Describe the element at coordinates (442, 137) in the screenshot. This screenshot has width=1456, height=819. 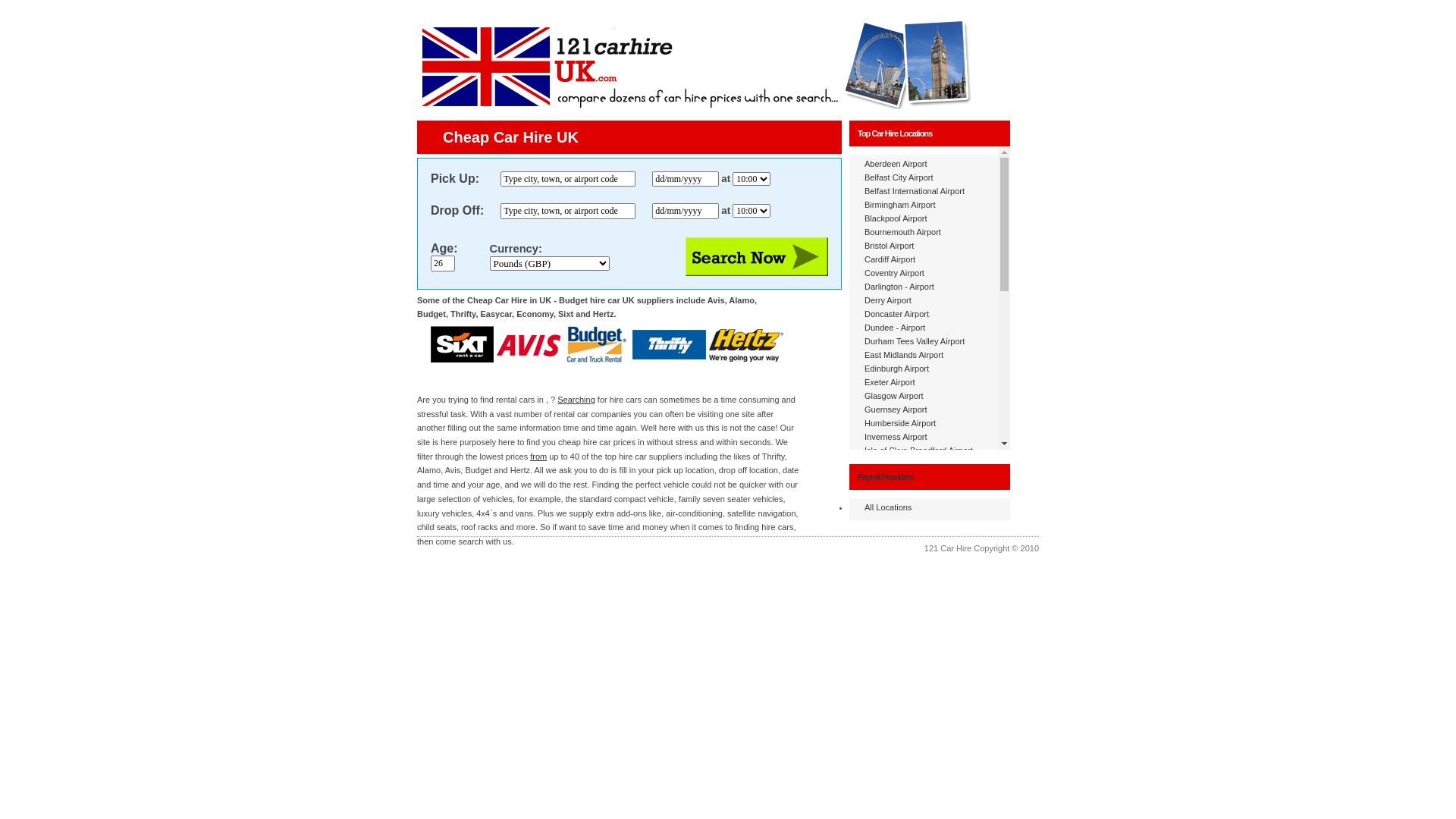
I see `'Cheap Car Hire UK'` at that location.